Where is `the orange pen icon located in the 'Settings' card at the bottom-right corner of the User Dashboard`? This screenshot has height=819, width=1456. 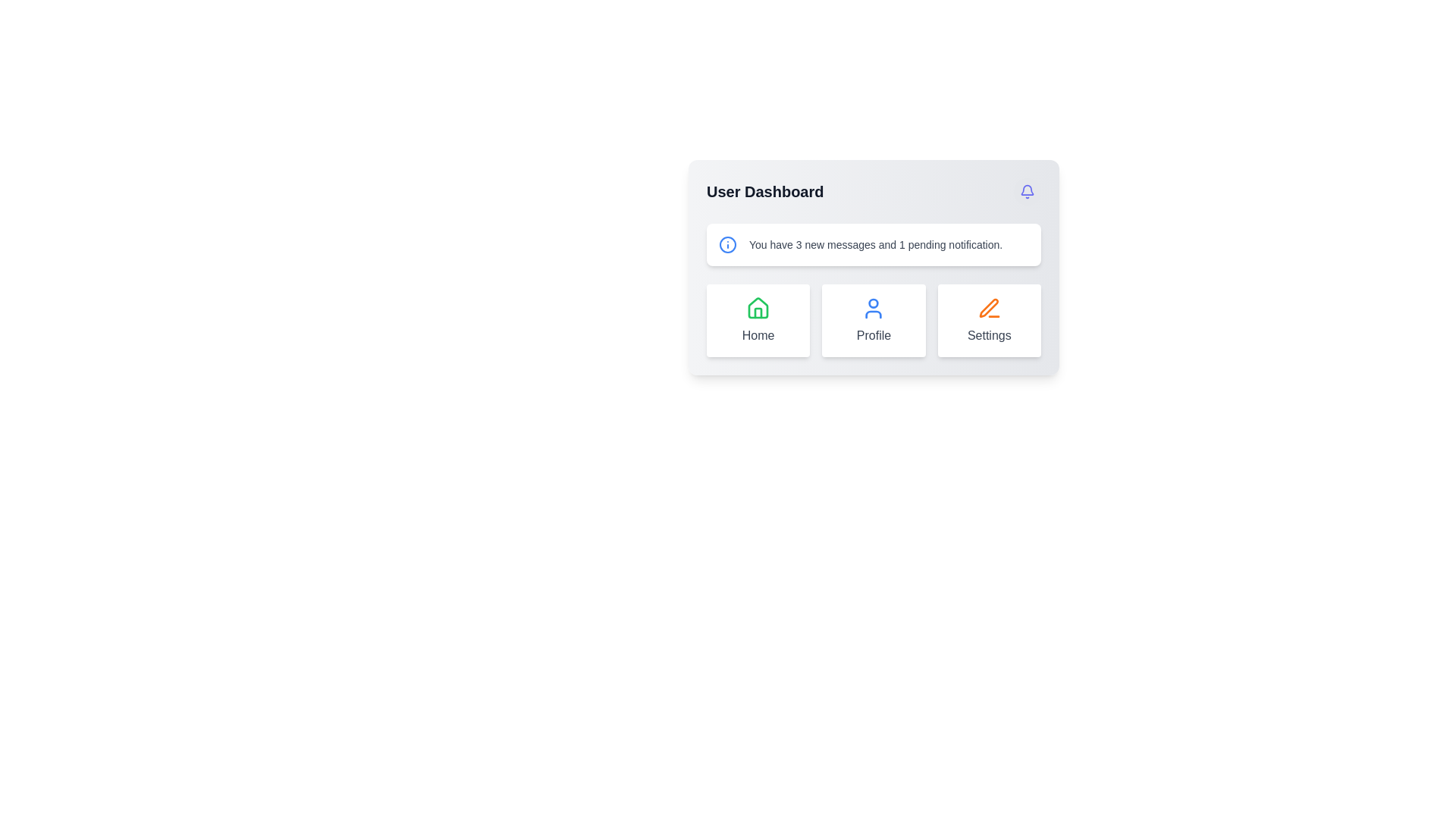
the orange pen icon located in the 'Settings' card at the bottom-right corner of the User Dashboard is located at coordinates (989, 308).